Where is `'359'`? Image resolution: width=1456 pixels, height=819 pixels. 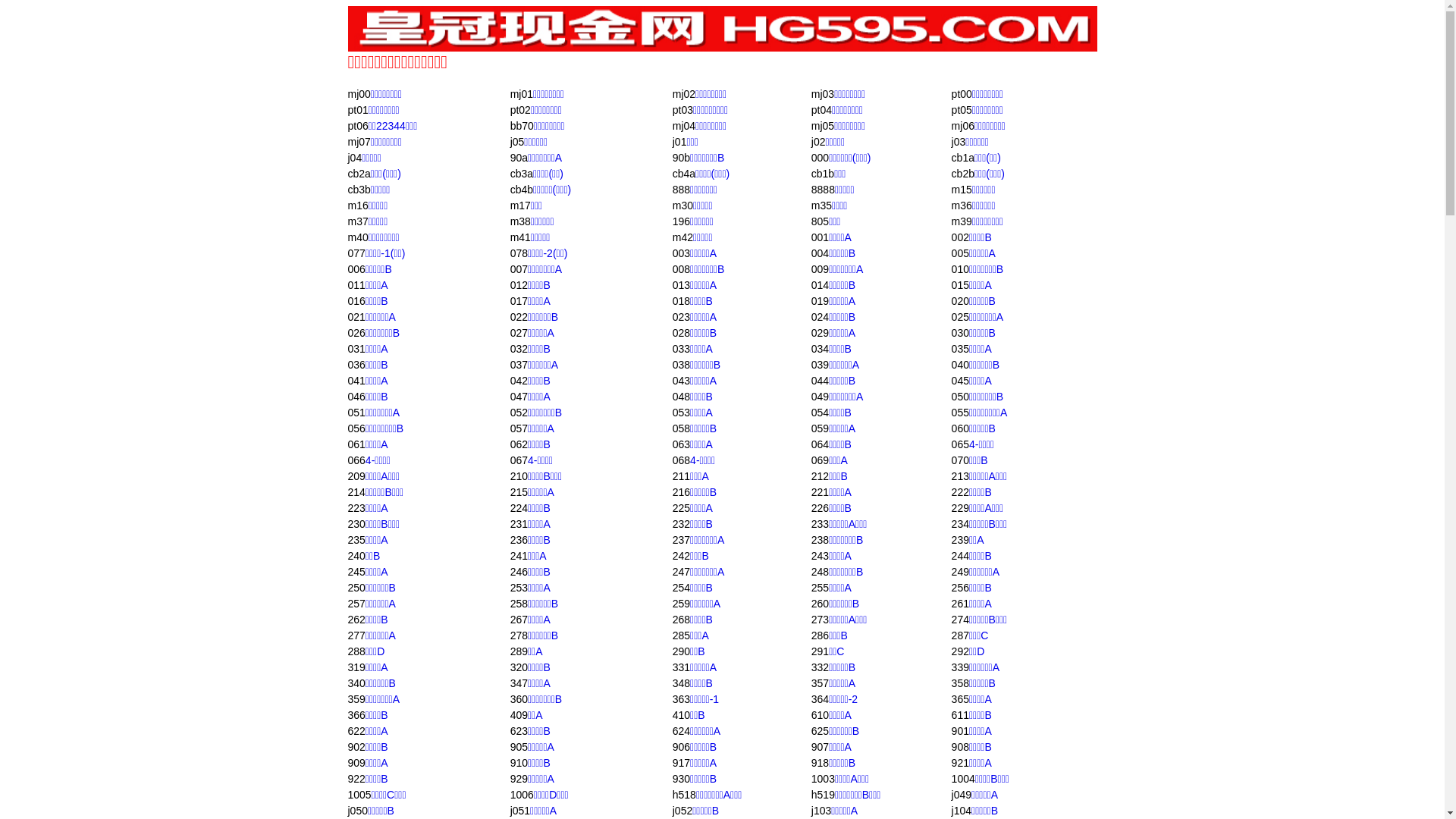 '359' is located at coordinates (346, 698).